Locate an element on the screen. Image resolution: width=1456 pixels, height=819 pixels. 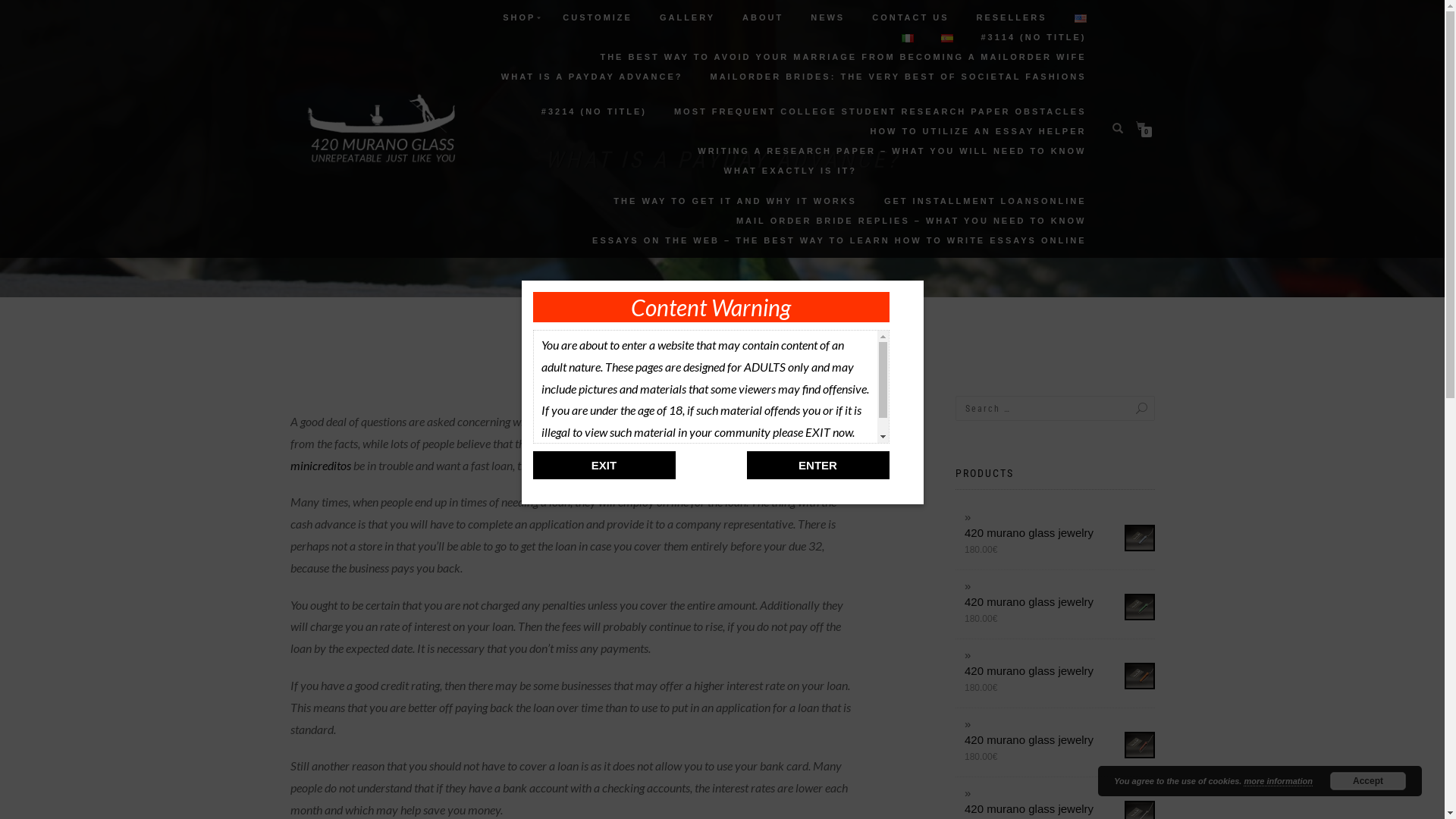
'WHAT IS A PAYDAY ADVANCE?' is located at coordinates (591, 84).